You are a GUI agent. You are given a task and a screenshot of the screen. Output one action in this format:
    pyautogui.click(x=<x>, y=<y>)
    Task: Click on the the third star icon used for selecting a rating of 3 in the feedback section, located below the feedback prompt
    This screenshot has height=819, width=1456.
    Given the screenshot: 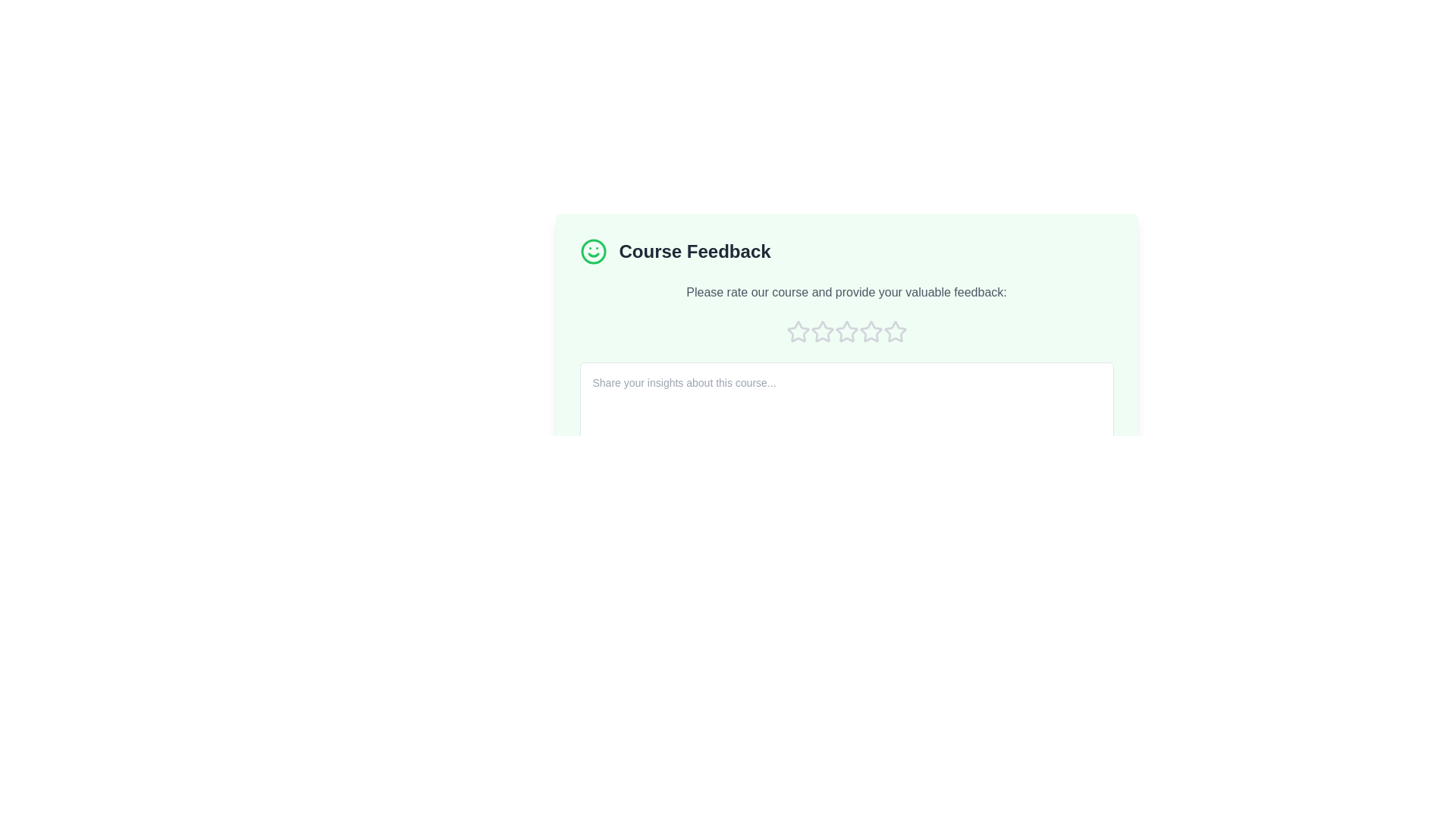 What is the action you would take?
    pyautogui.click(x=821, y=331)
    